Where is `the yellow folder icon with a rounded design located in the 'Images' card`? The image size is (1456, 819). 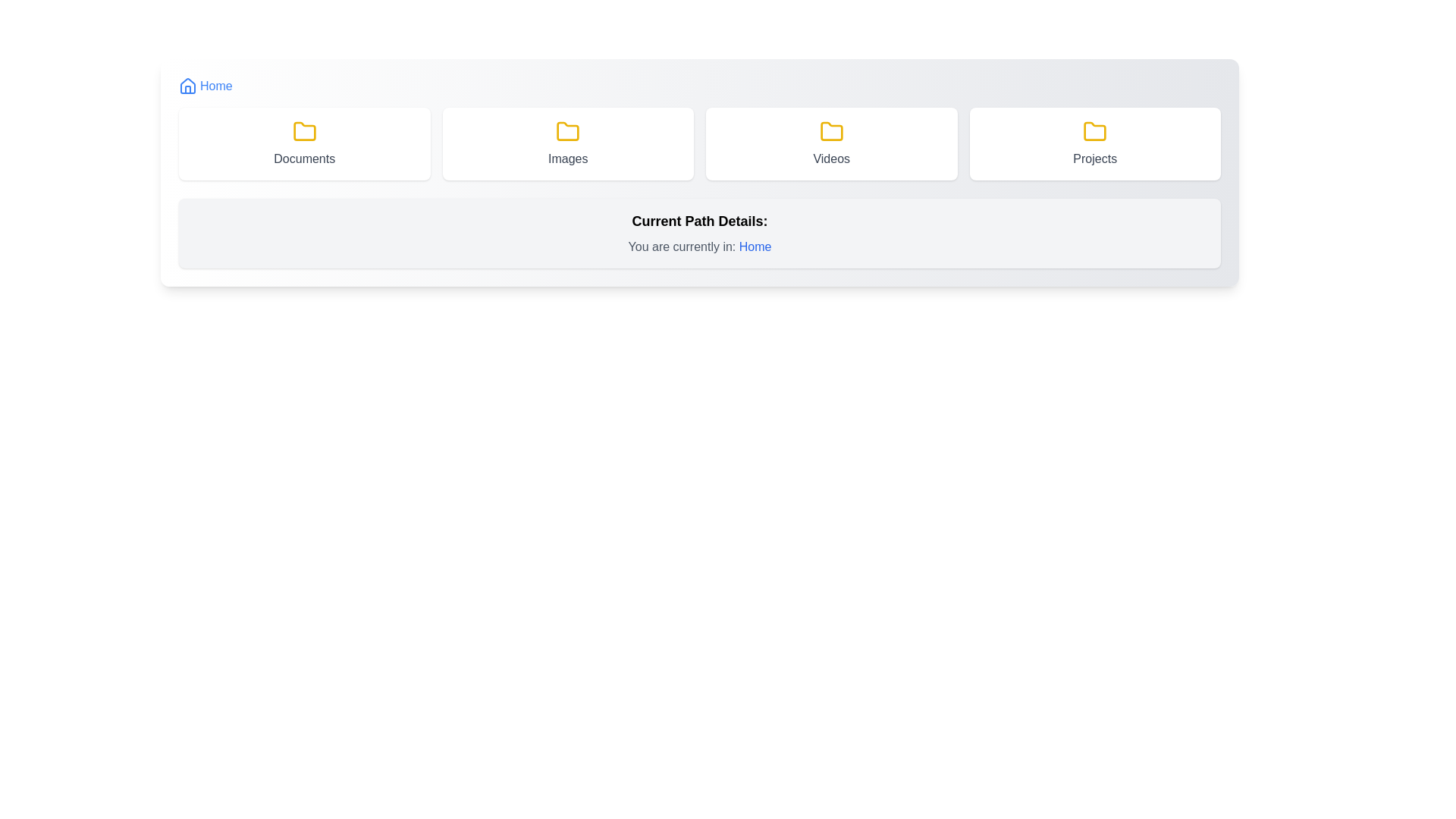
the yellow folder icon with a rounded design located in the 'Images' card is located at coordinates (567, 130).